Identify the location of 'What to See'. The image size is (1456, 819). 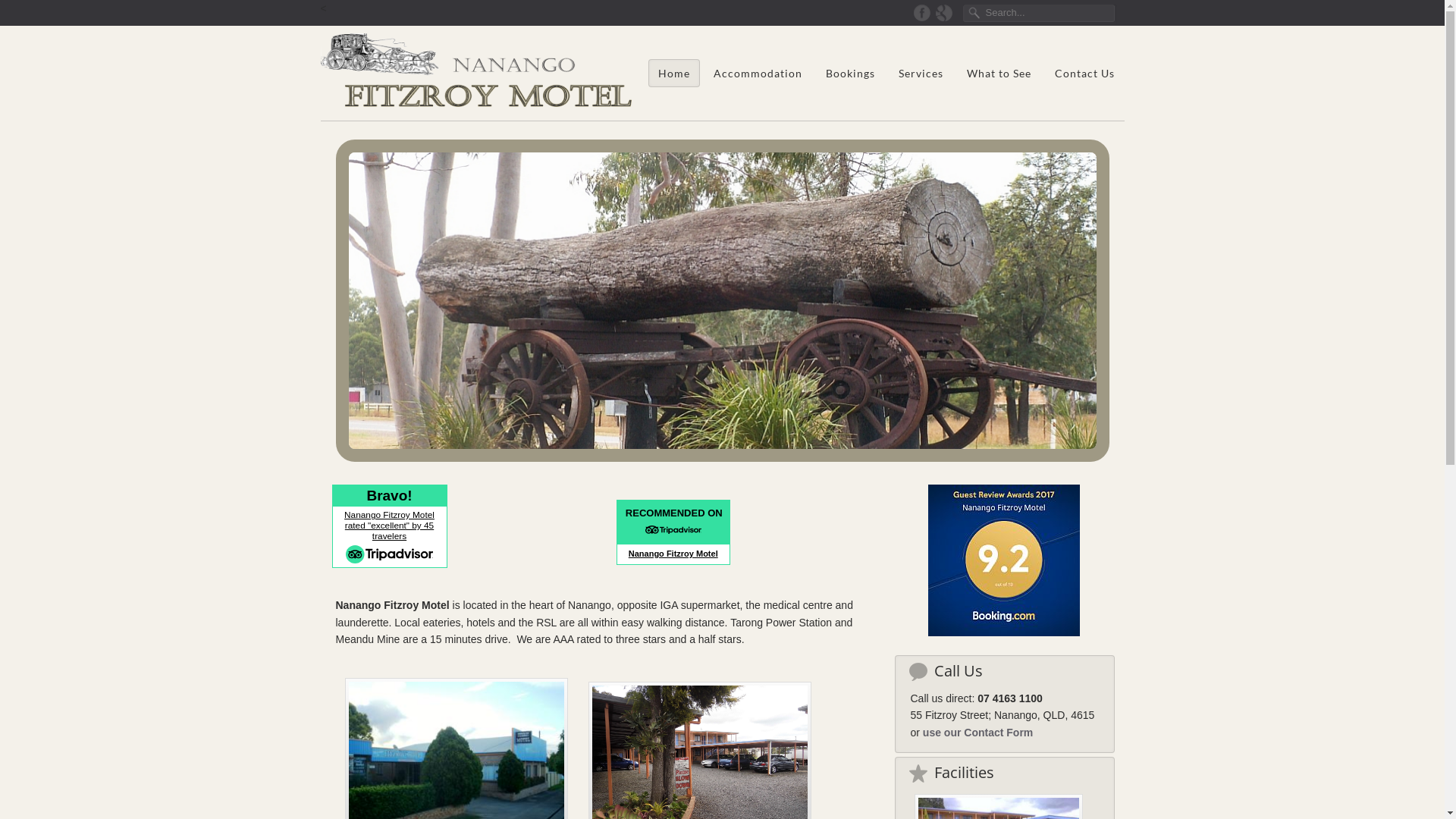
(956, 73).